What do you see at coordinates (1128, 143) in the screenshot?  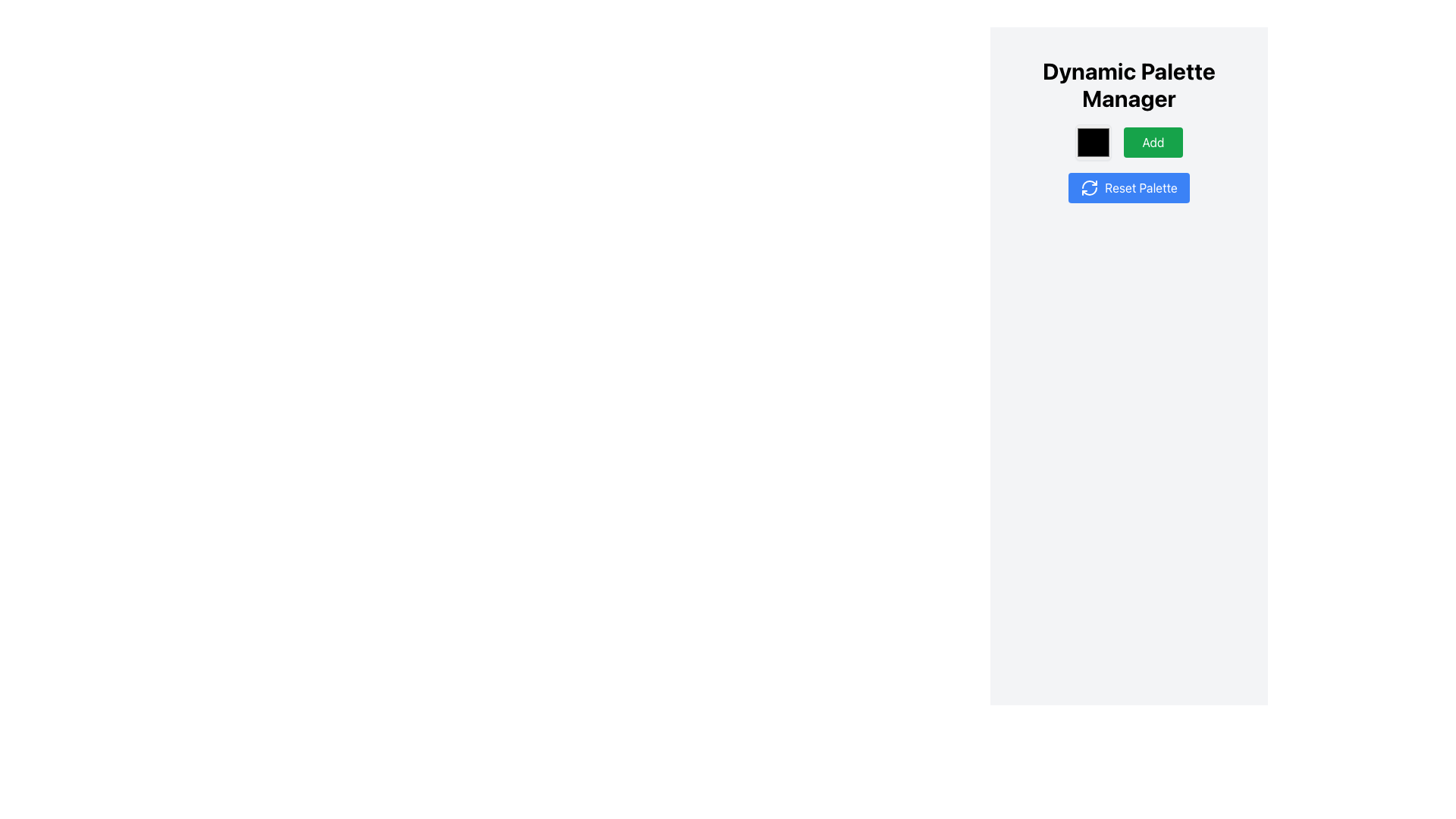 I see `the green 'Add' button with white text` at bounding box center [1128, 143].